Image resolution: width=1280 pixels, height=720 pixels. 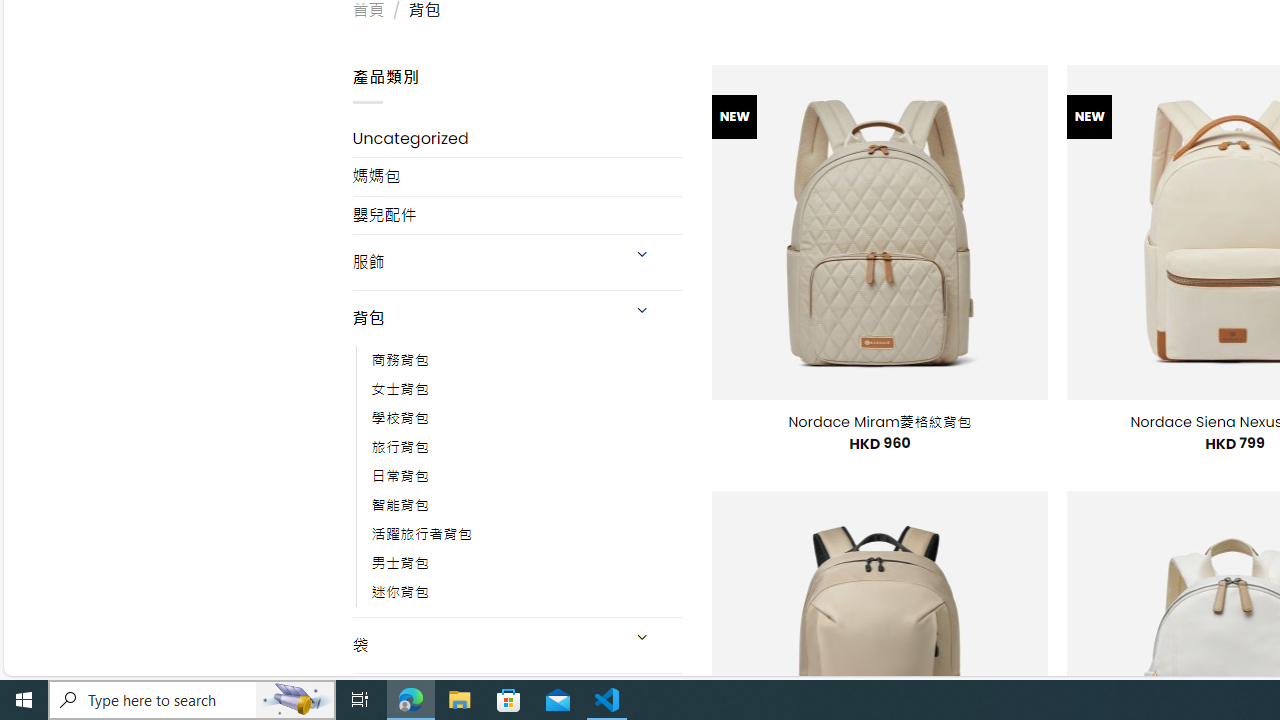 What do you see at coordinates (517, 137) in the screenshot?
I see `'Uncategorized'` at bounding box center [517, 137].